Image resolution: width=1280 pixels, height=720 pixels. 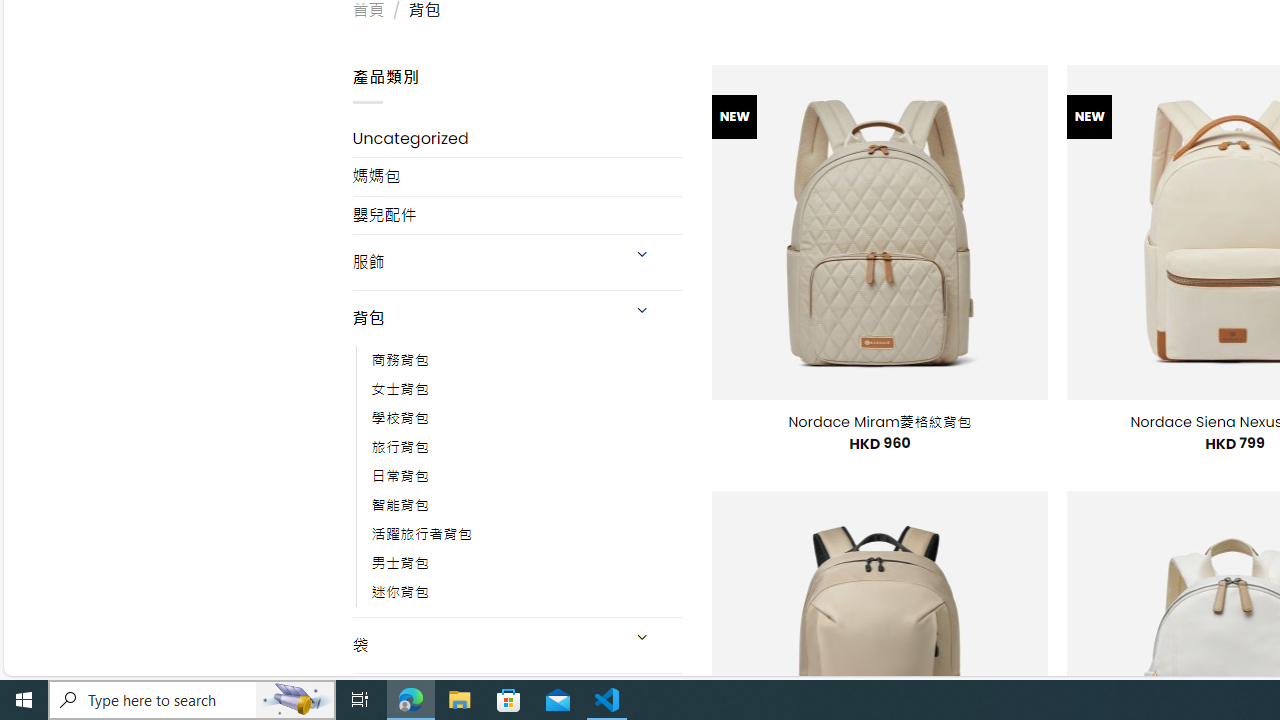 What do you see at coordinates (517, 137) in the screenshot?
I see `'Uncategorized'` at bounding box center [517, 137].